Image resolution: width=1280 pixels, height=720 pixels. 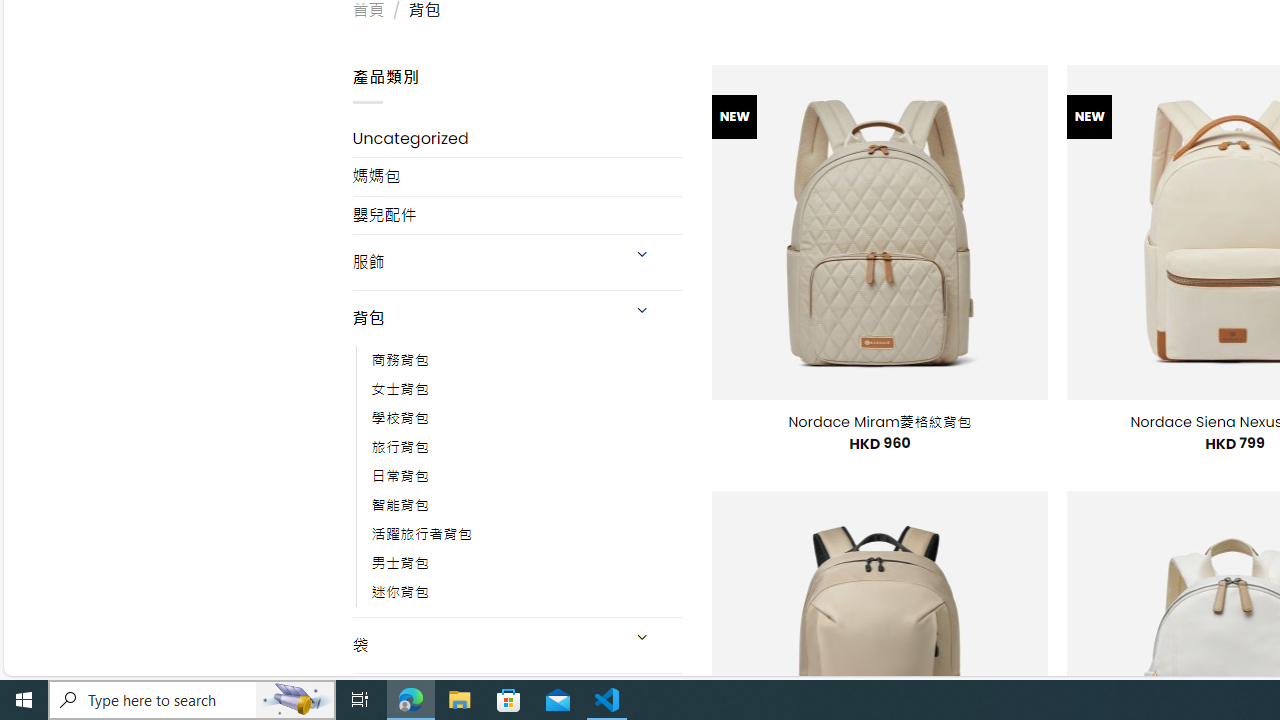 What do you see at coordinates (517, 137) in the screenshot?
I see `'Uncategorized'` at bounding box center [517, 137].